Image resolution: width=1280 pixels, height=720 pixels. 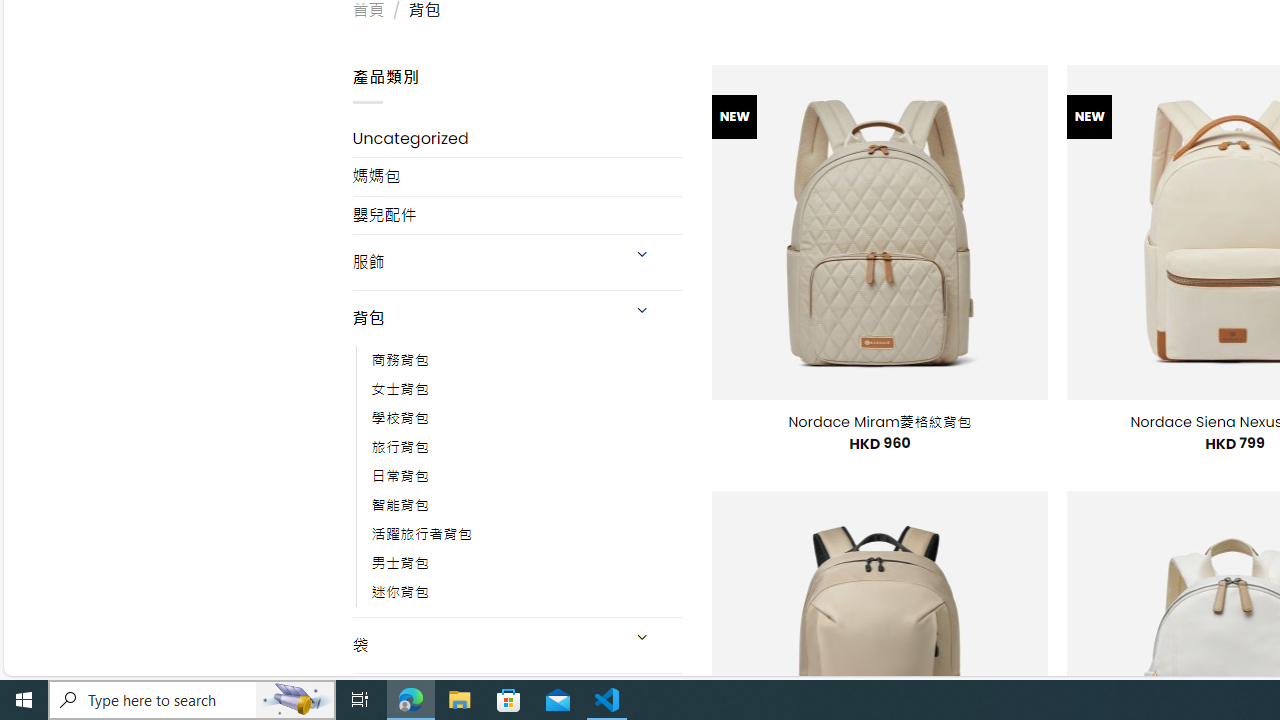 What do you see at coordinates (517, 137) in the screenshot?
I see `'Uncategorized'` at bounding box center [517, 137].